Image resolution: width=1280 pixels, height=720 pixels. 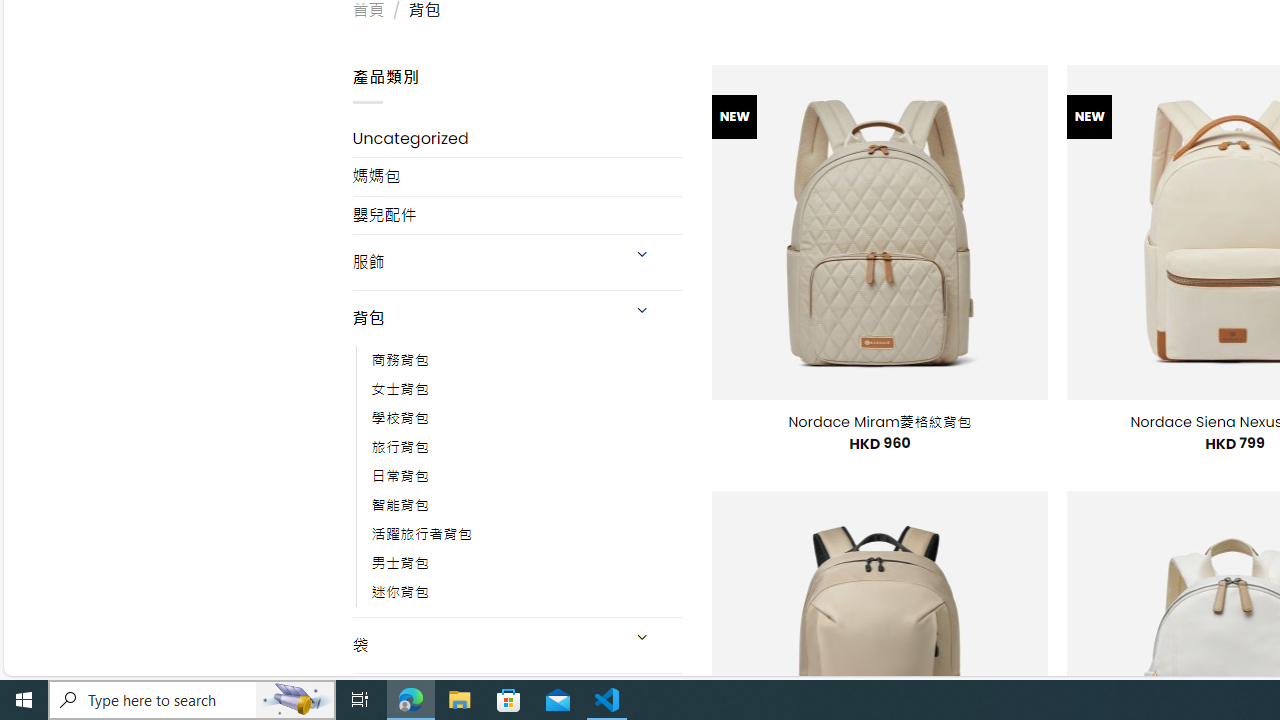 What do you see at coordinates (517, 137) in the screenshot?
I see `'Uncategorized'` at bounding box center [517, 137].